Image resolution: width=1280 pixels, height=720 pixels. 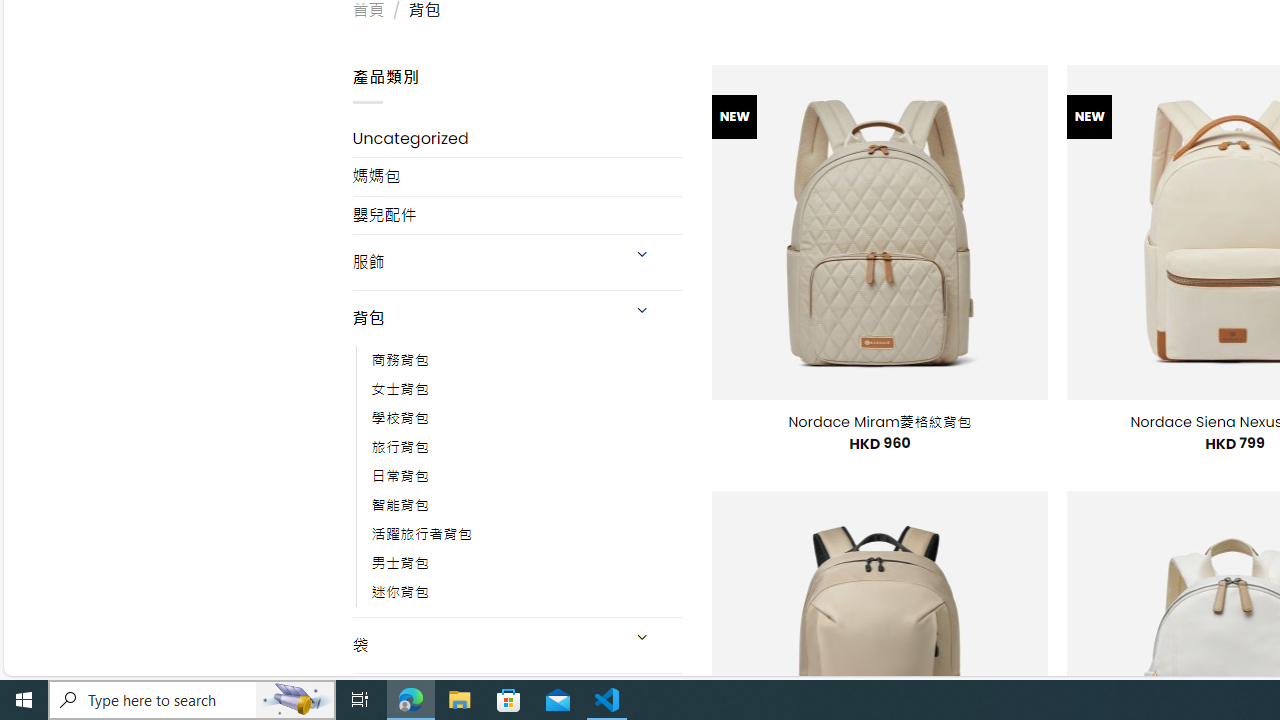 What do you see at coordinates (517, 137) in the screenshot?
I see `'Uncategorized'` at bounding box center [517, 137].